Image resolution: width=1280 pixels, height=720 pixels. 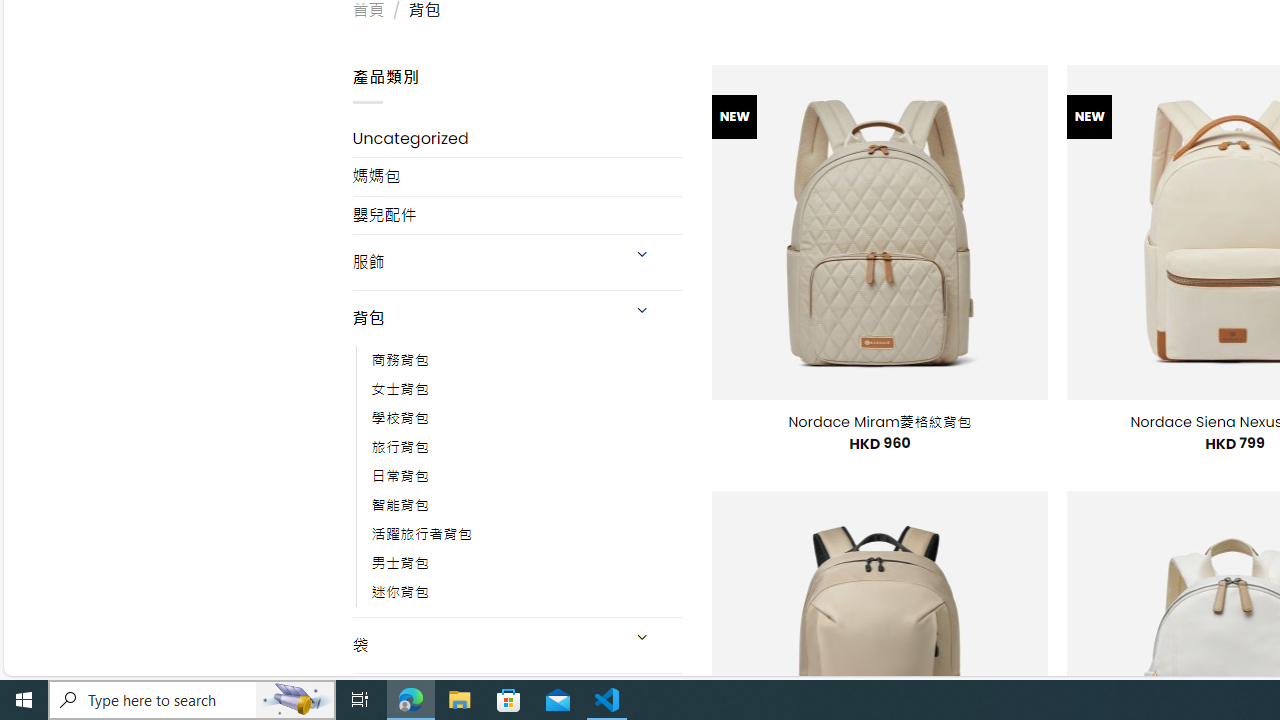 What do you see at coordinates (517, 137) in the screenshot?
I see `'Uncategorized'` at bounding box center [517, 137].